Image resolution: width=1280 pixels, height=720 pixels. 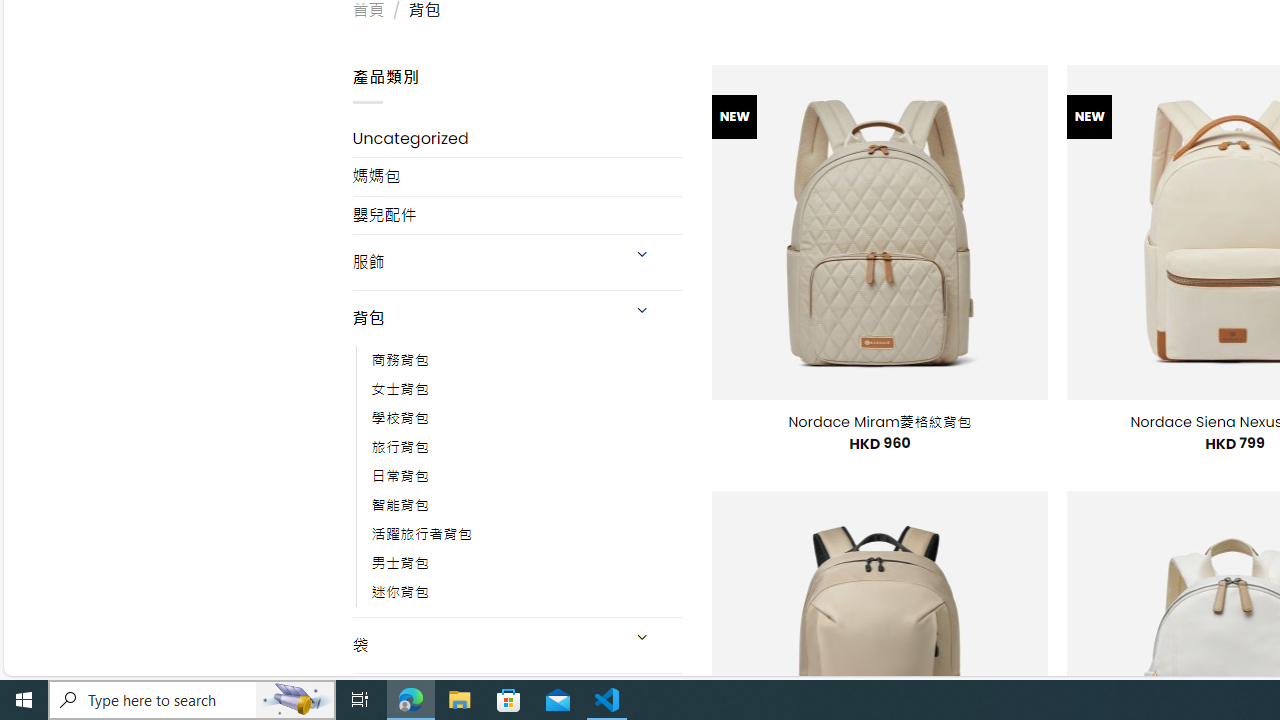 What do you see at coordinates (517, 137) in the screenshot?
I see `'Uncategorized'` at bounding box center [517, 137].